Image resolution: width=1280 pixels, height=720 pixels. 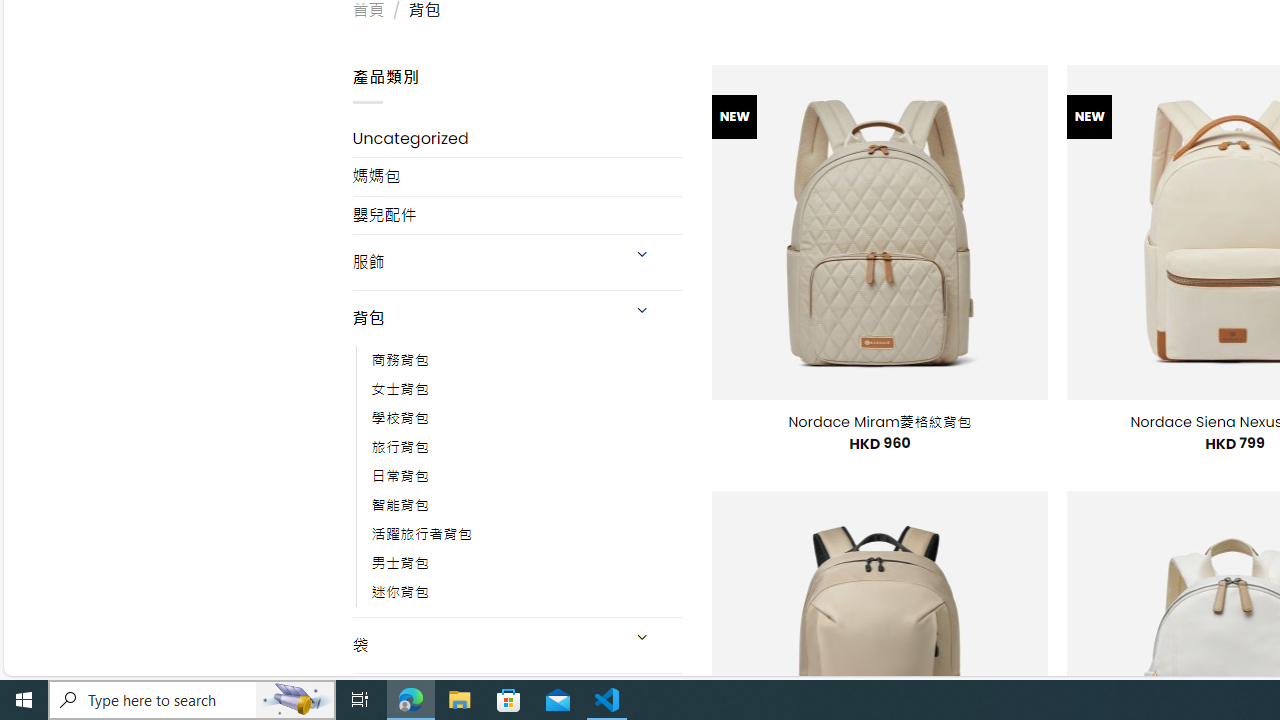 What do you see at coordinates (517, 137) in the screenshot?
I see `'Uncategorized'` at bounding box center [517, 137].